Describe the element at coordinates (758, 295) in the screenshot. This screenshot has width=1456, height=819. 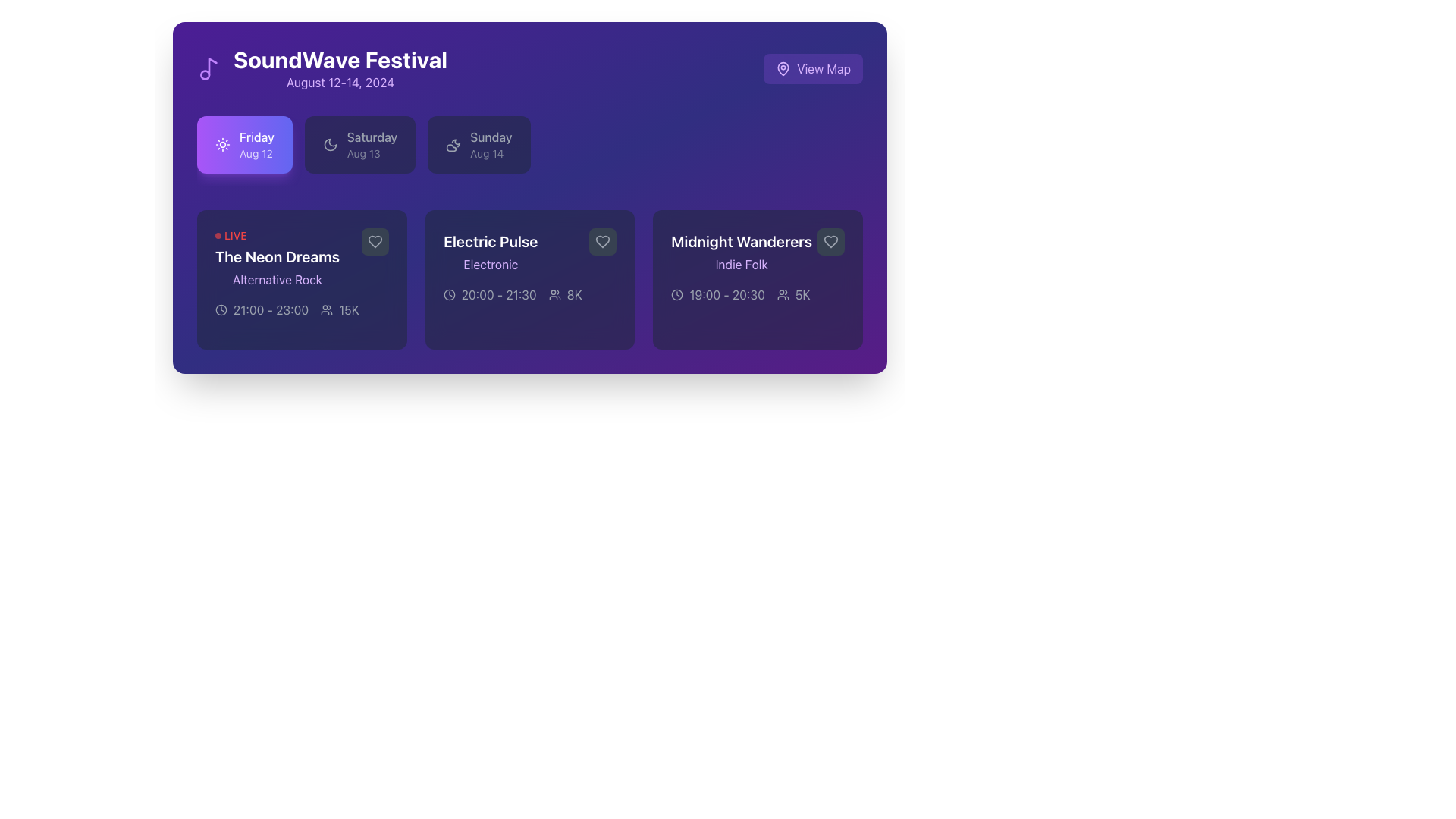
I see `event details from the text information element displaying '19:00 - 20:30' and '5K' with icons, located at the bottom of the event card for 'Midnight Wanderers'` at that location.